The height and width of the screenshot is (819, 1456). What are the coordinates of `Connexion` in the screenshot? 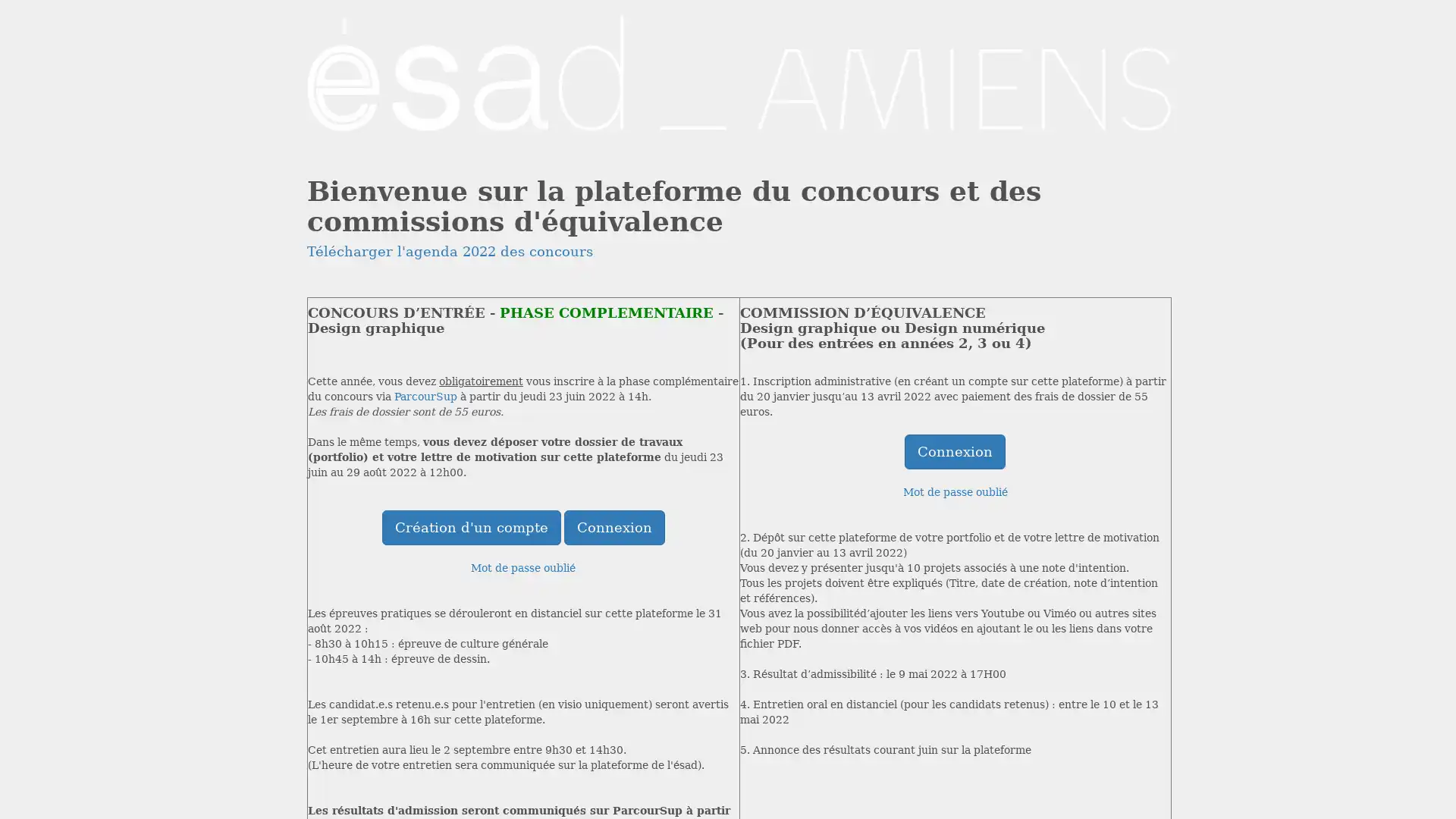 It's located at (613, 526).